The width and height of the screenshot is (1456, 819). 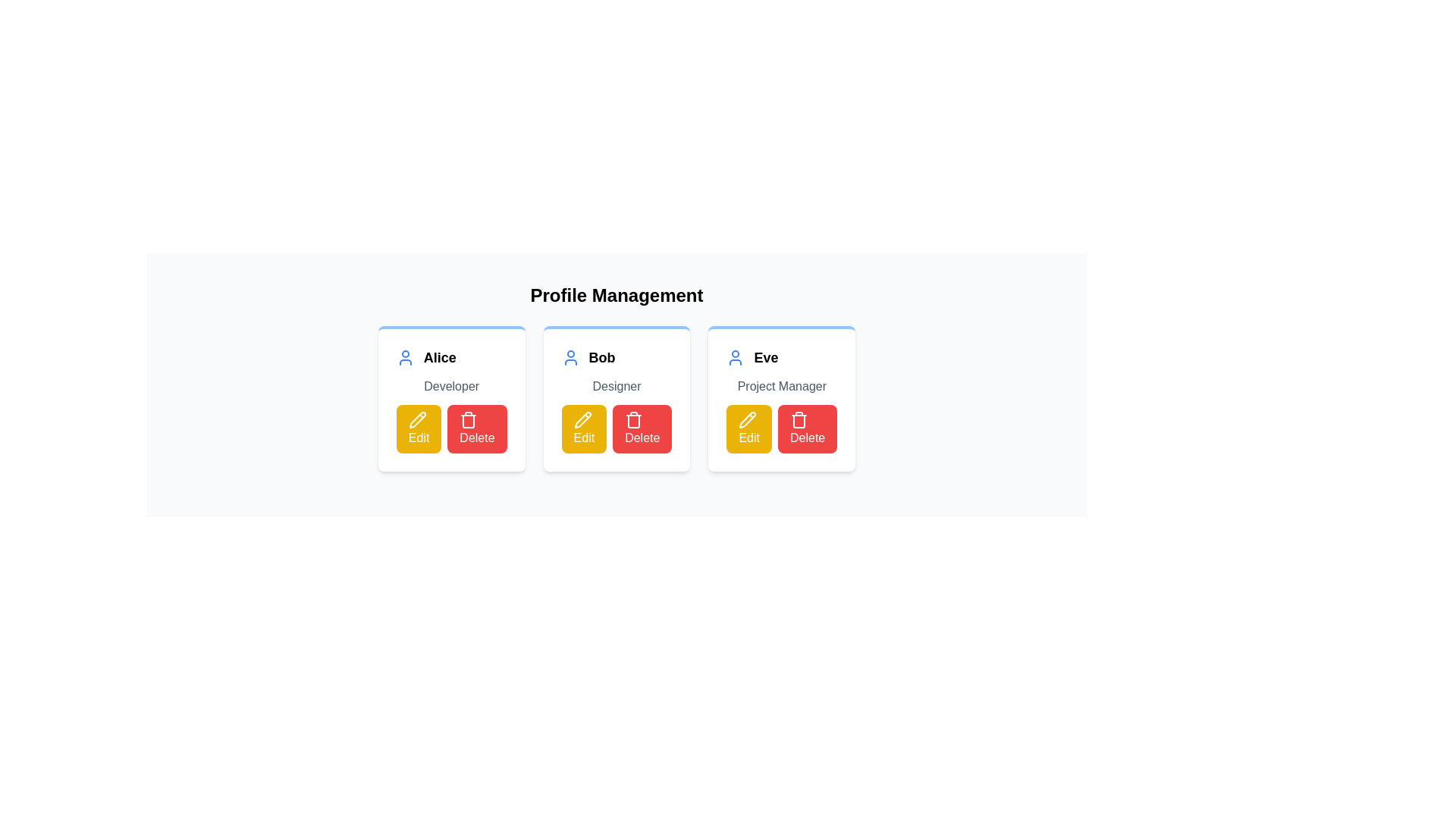 What do you see at coordinates (417, 420) in the screenshot?
I see `the leftmost 'Edit' button under 'Alice's profile in the 'Profile Management' interface to initiate the edit action for her profile` at bounding box center [417, 420].